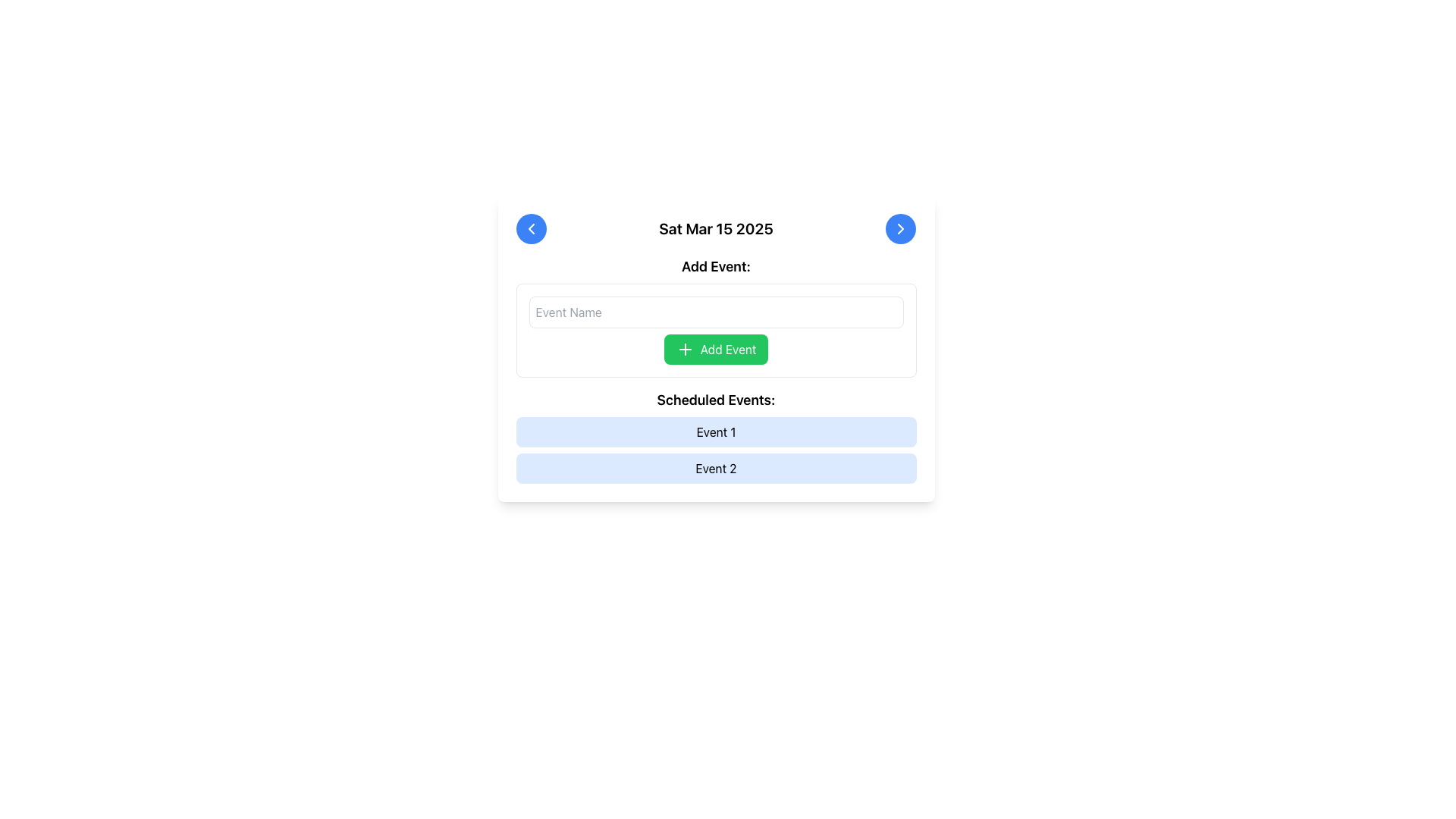 This screenshot has height=819, width=1456. I want to click on text content of the heading that states 'Scheduled Events:' which is prominently styled and positioned above the event listings, so click(715, 400).